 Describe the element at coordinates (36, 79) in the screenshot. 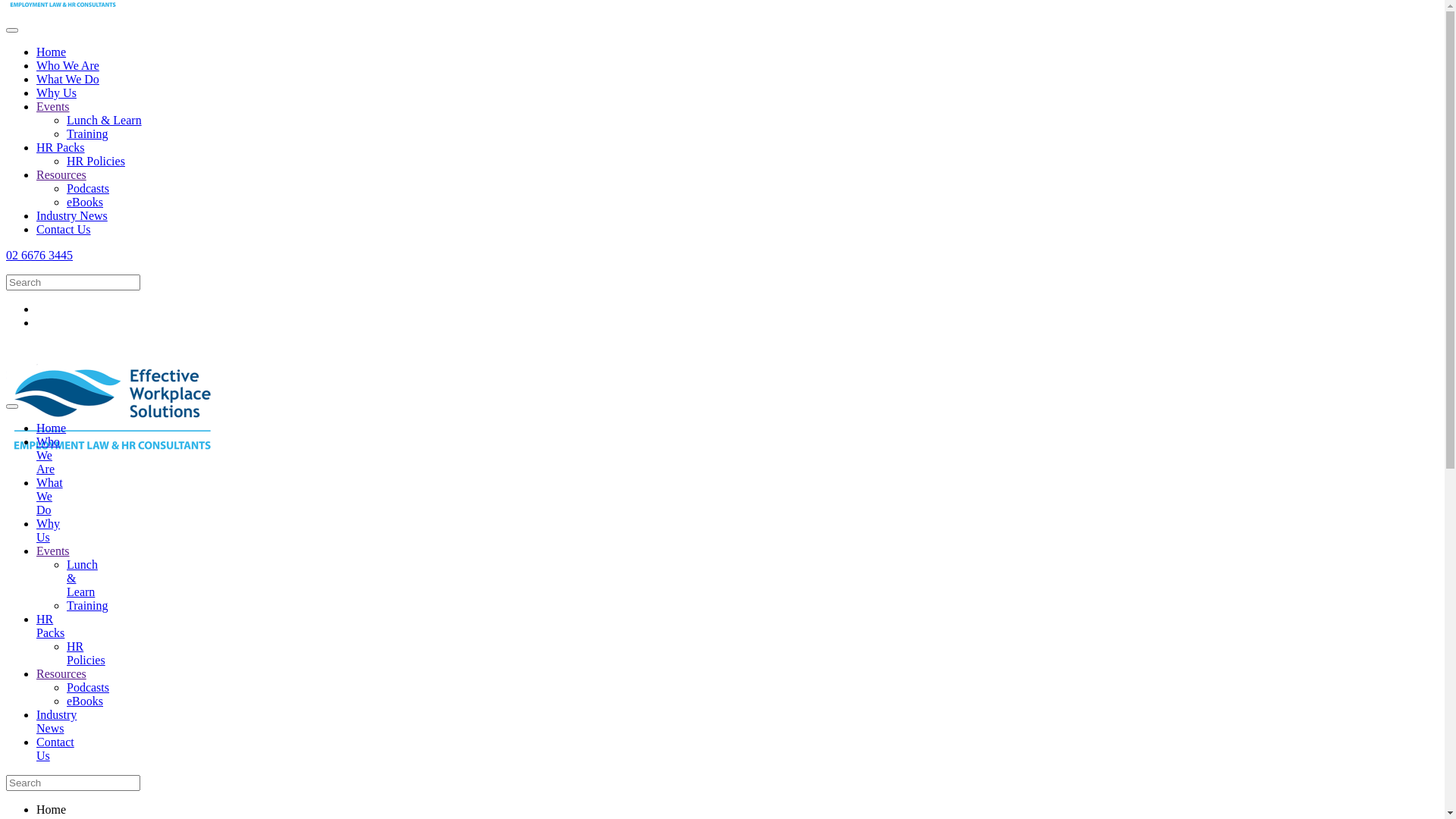

I see `'What We Do'` at that location.